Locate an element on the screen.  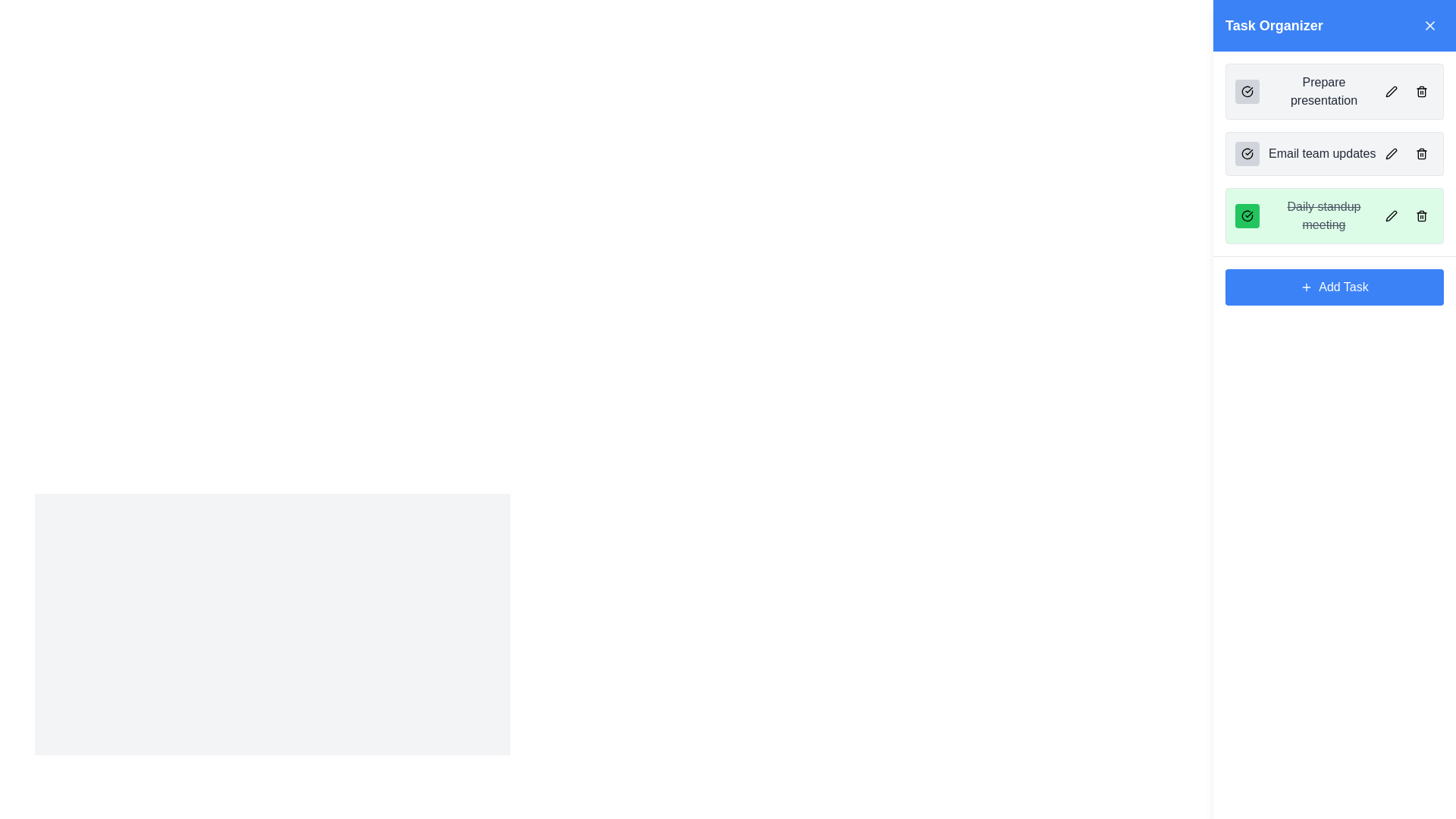
the circular icon with a checkmark inside, which is part of the green background indicating the completed status for the 'Daily standup meeting' task is located at coordinates (1247, 216).